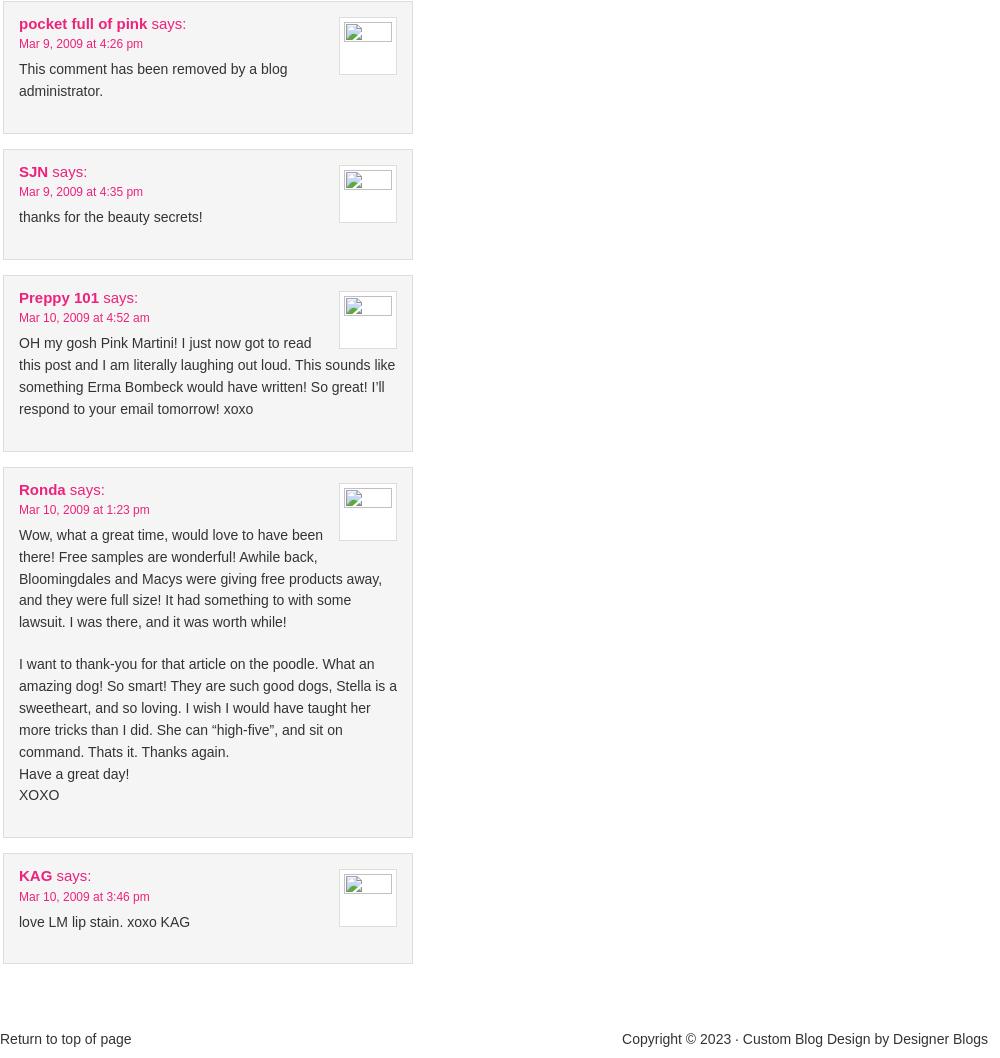 The width and height of the screenshot is (1000, 1058). I want to click on 'Mar 10, 2009 at 1:23 pm', so click(83, 508).